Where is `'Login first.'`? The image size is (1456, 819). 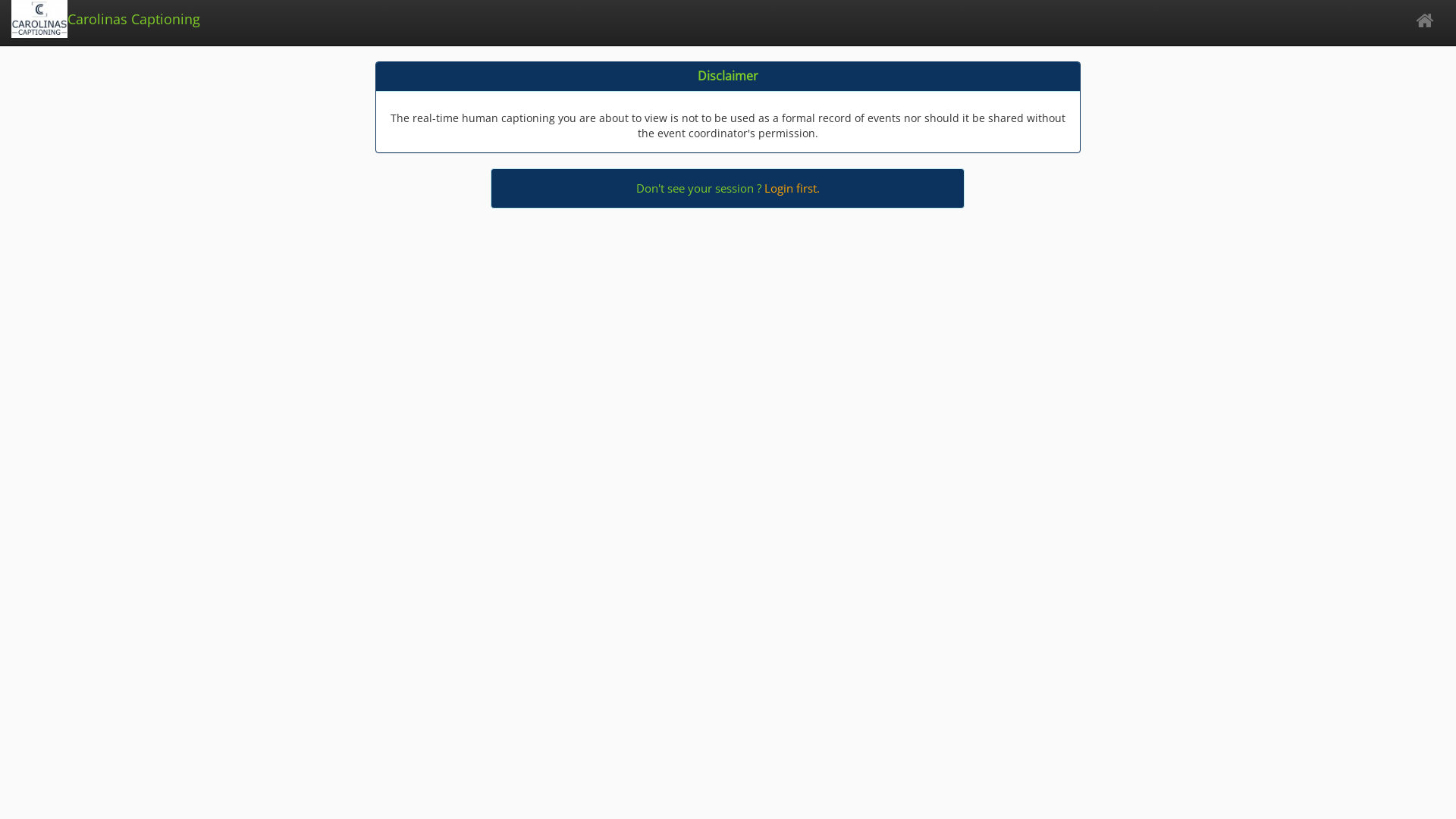
'Login first.' is located at coordinates (791, 187).